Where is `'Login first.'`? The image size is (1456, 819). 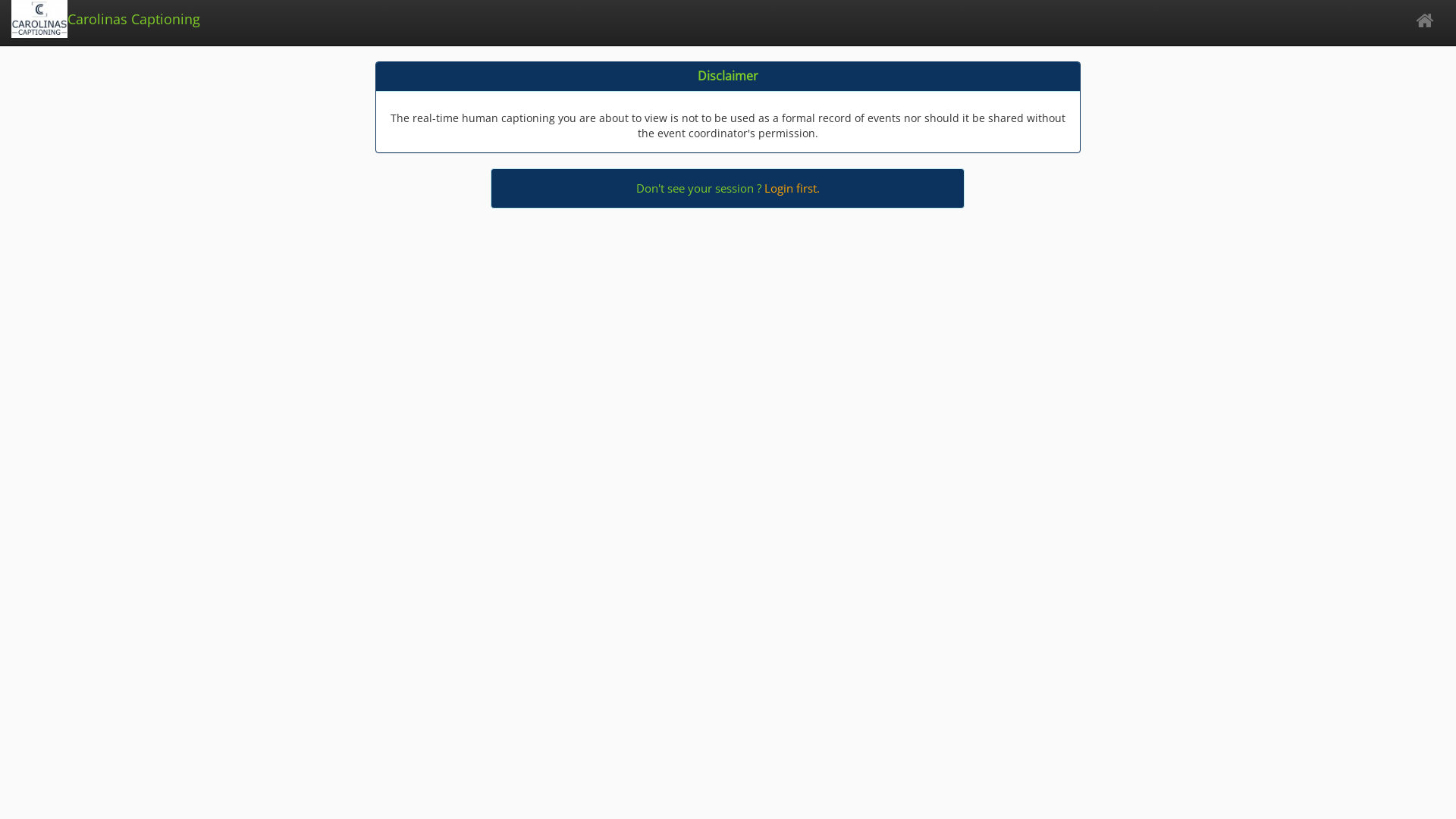
'Login first.' is located at coordinates (791, 187).